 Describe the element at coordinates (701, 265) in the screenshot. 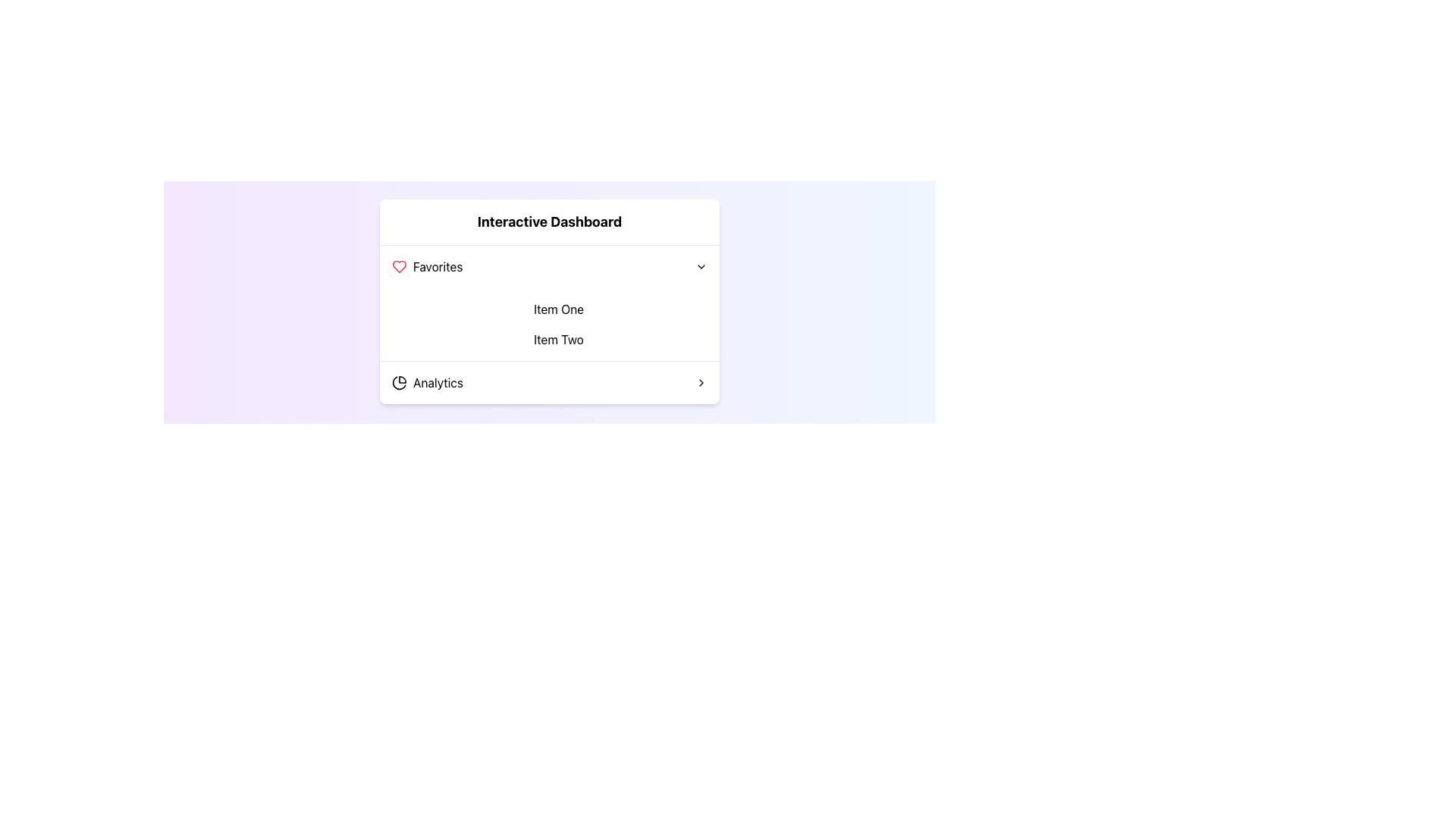

I see `the chevron icon on the right side of the Favorites section header` at that location.